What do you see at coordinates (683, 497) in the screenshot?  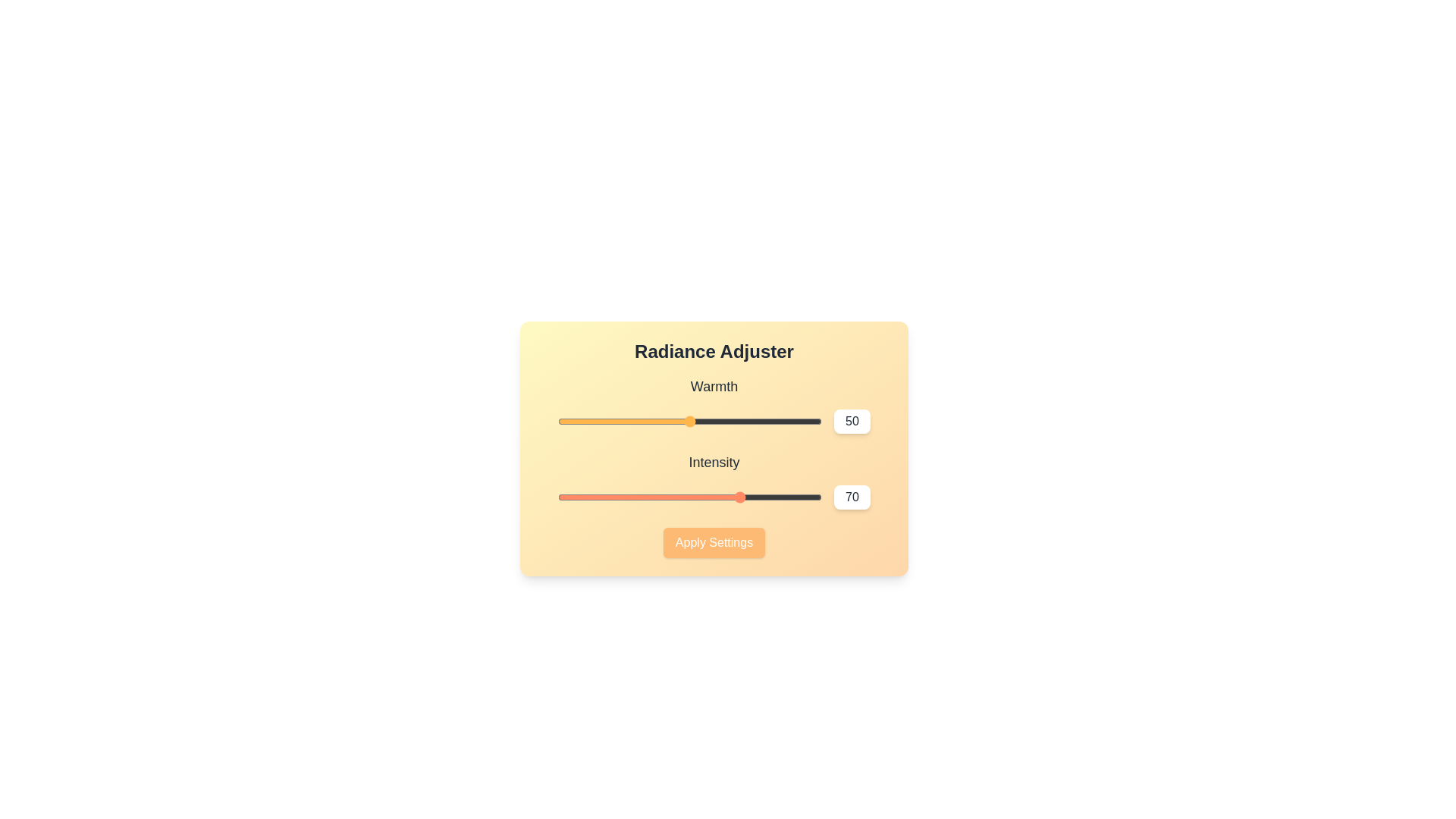 I see `the 'Intensity' slider to 48 value` at bounding box center [683, 497].